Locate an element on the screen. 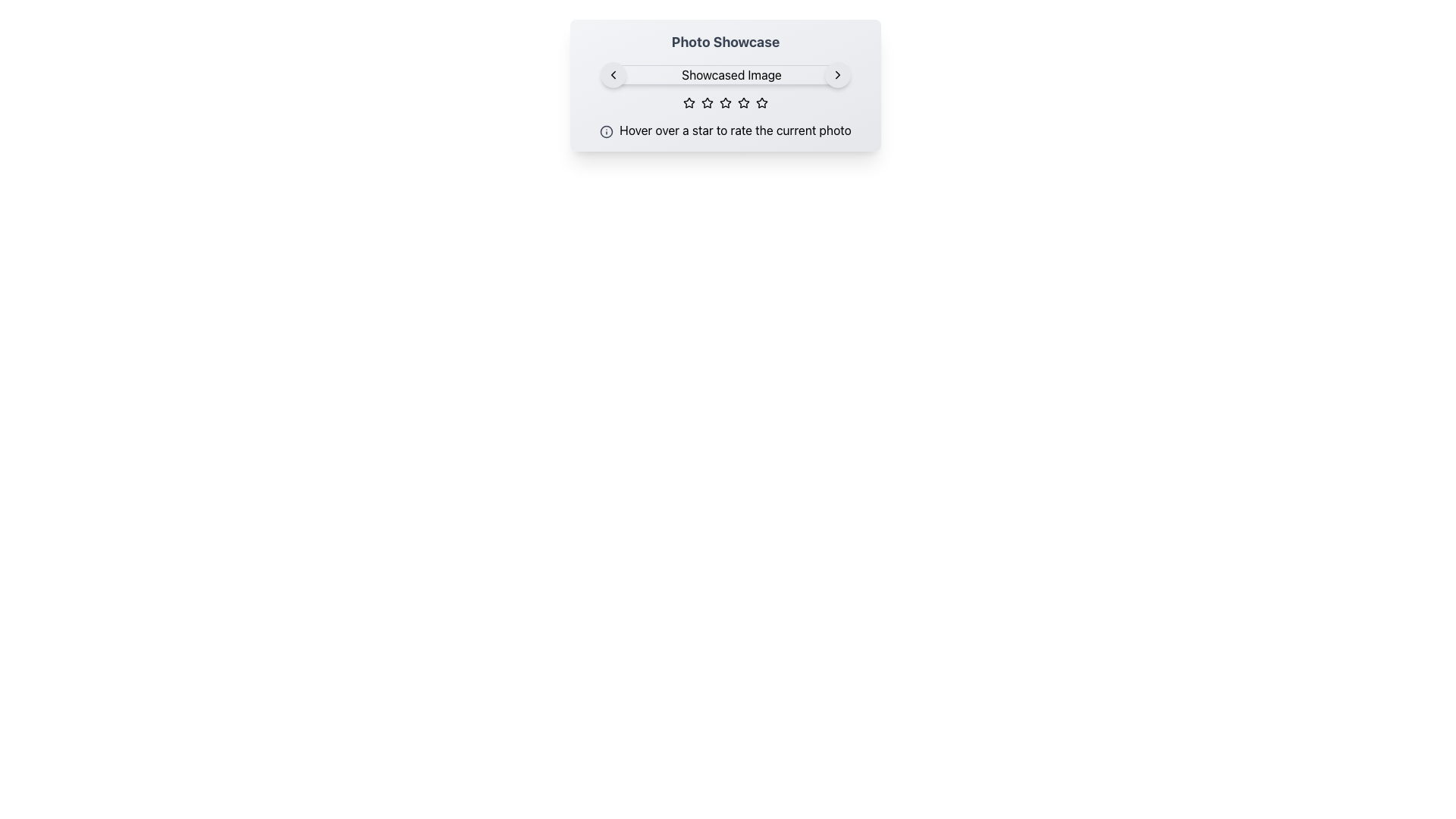 Image resolution: width=1456 pixels, height=819 pixels. the circular button with a left-pointing chevron icon, which is styled with a gray background and located on the left side of the navigation bar below 'Photo Showcase' is located at coordinates (613, 75).